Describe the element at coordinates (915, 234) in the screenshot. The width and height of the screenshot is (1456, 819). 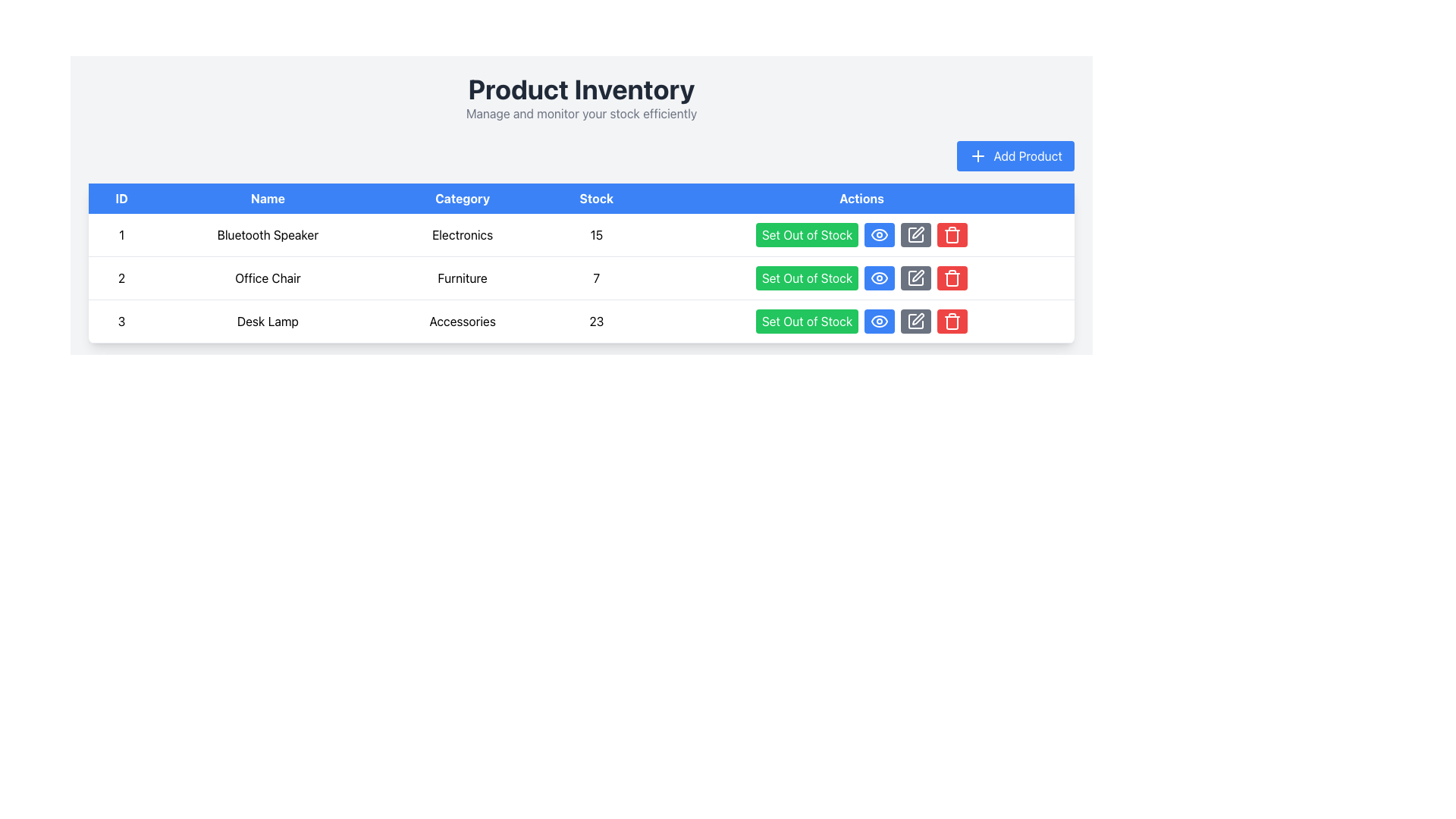
I see `the edit button located in the 'Actions' column of the data table for the 'Desk Lamp' entry` at that location.